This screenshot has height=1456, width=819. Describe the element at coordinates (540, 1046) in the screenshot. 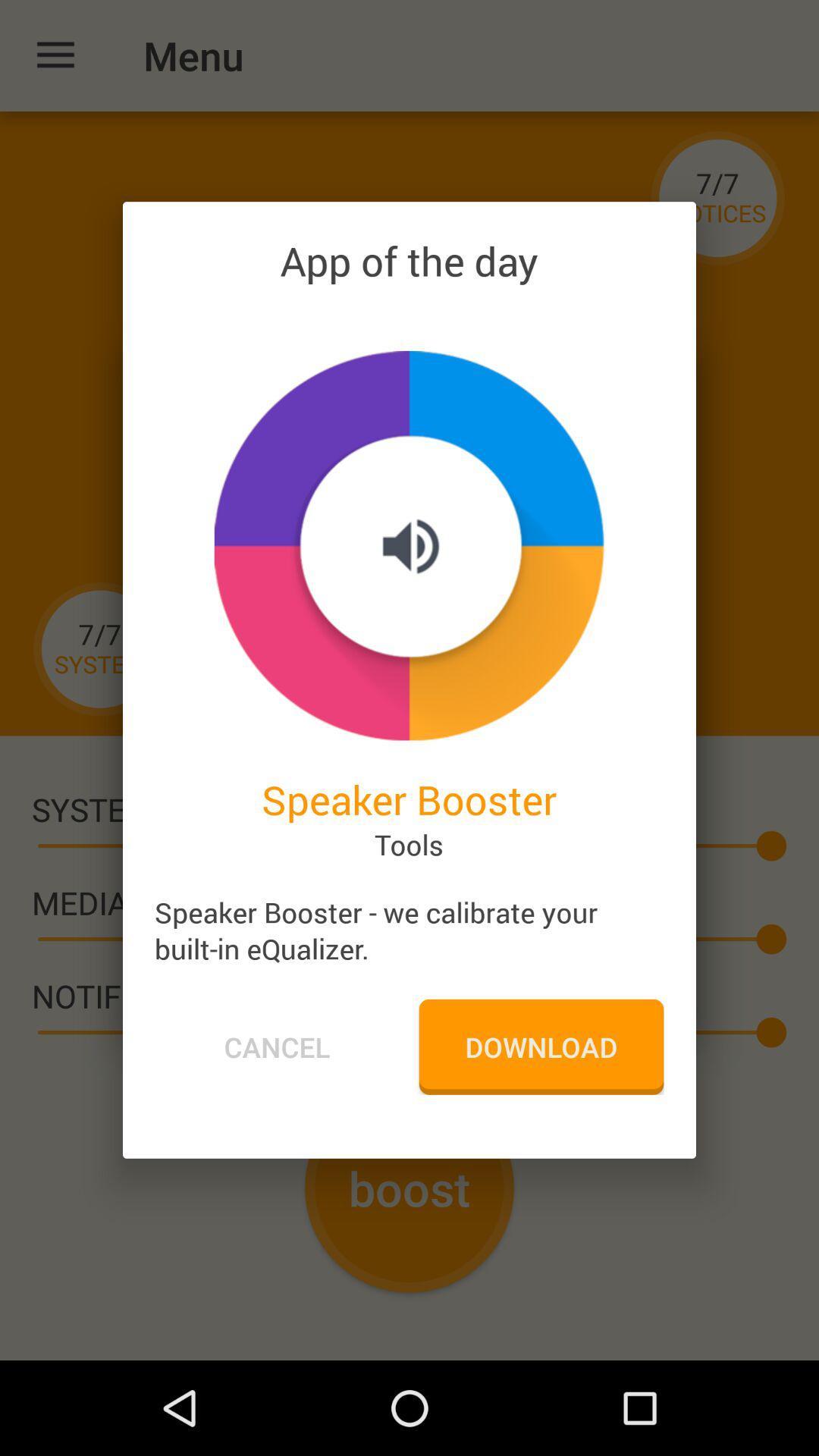

I see `the icon next to the cancel icon` at that location.